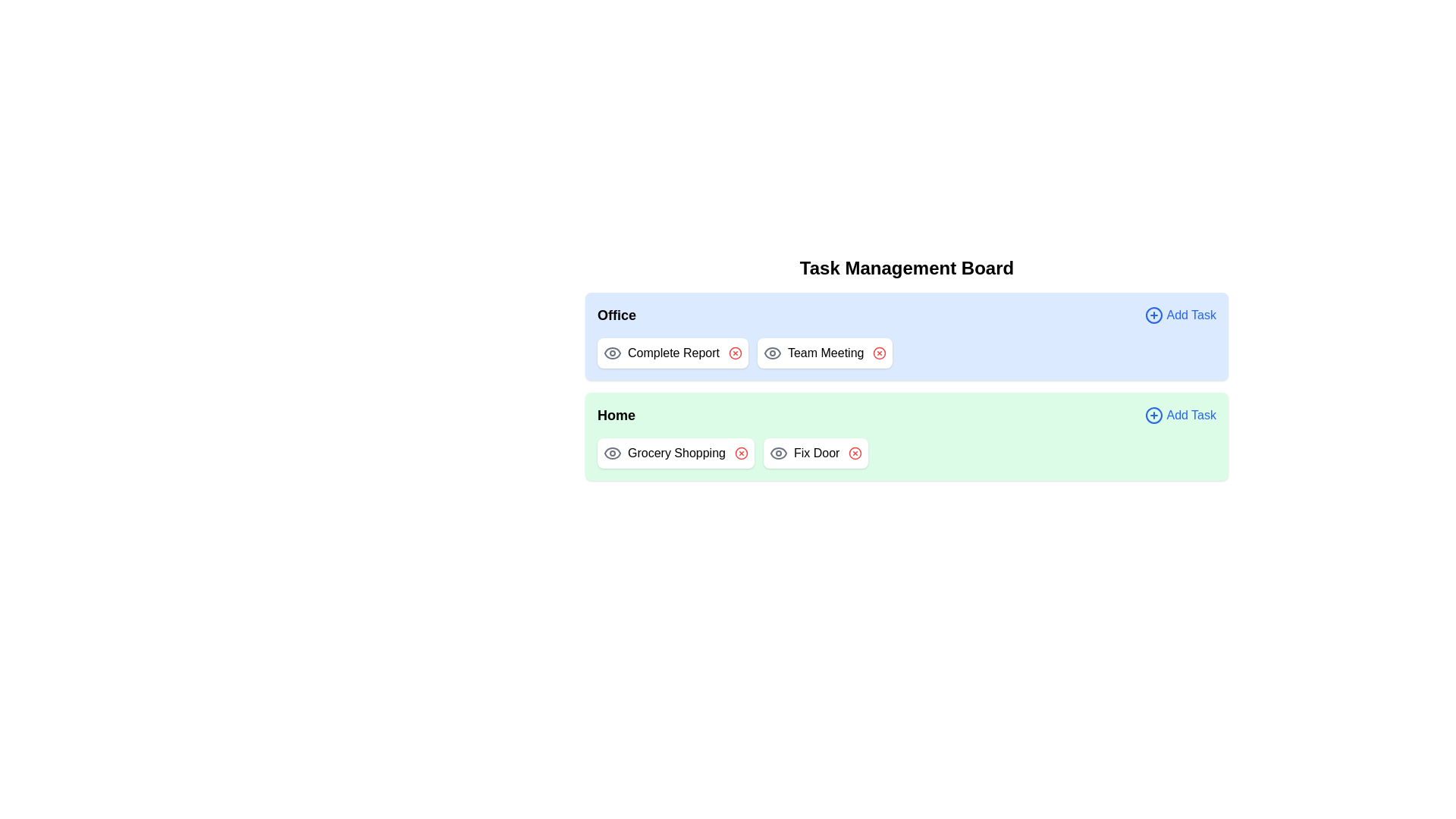 This screenshot has width=1456, height=819. Describe the element at coordinates (824, 353) in the screenshot. I see `the task name Team Meeting to view its details` at that location.